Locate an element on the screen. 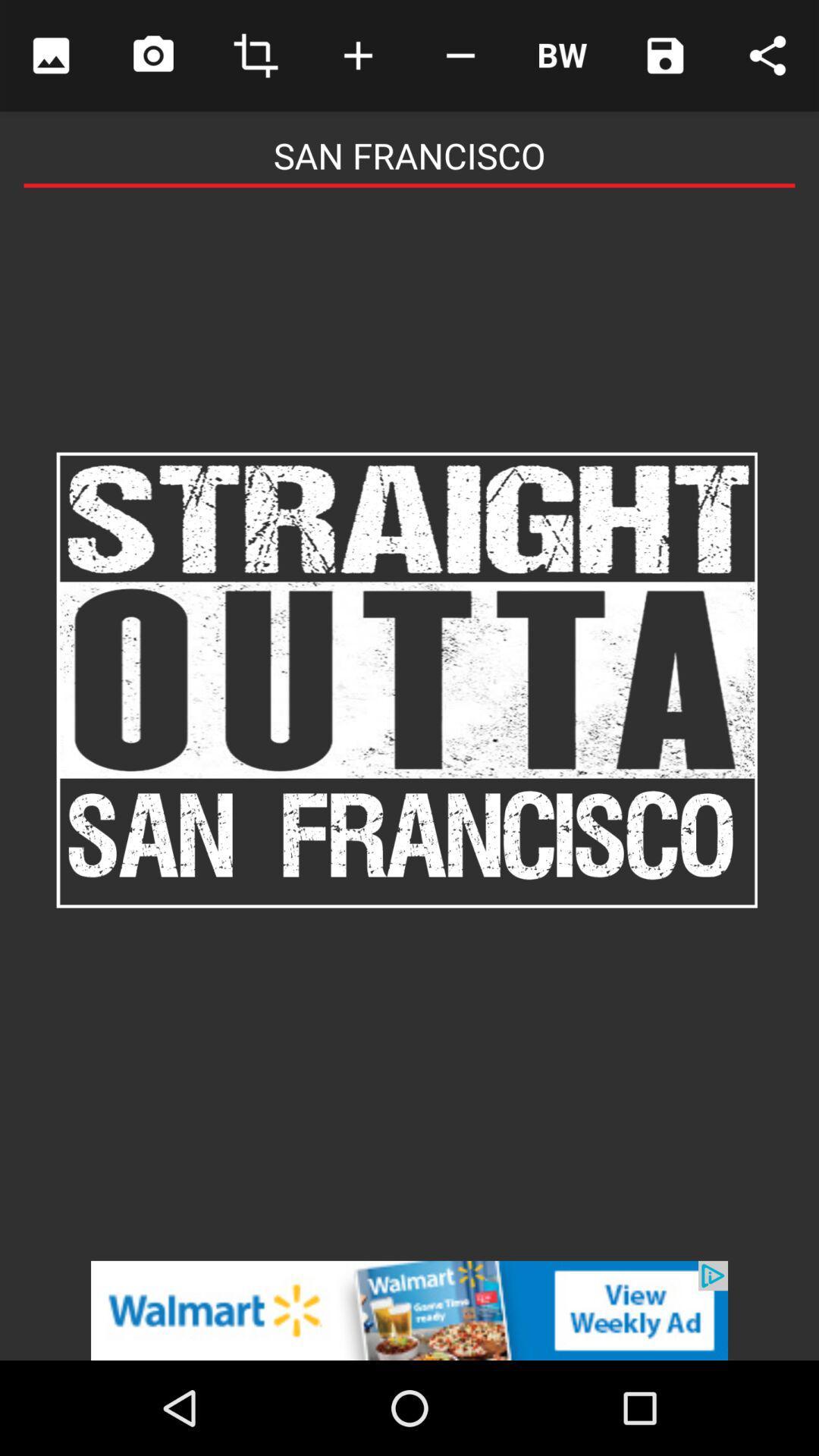  the share icon is located at coordinates (767, 55).